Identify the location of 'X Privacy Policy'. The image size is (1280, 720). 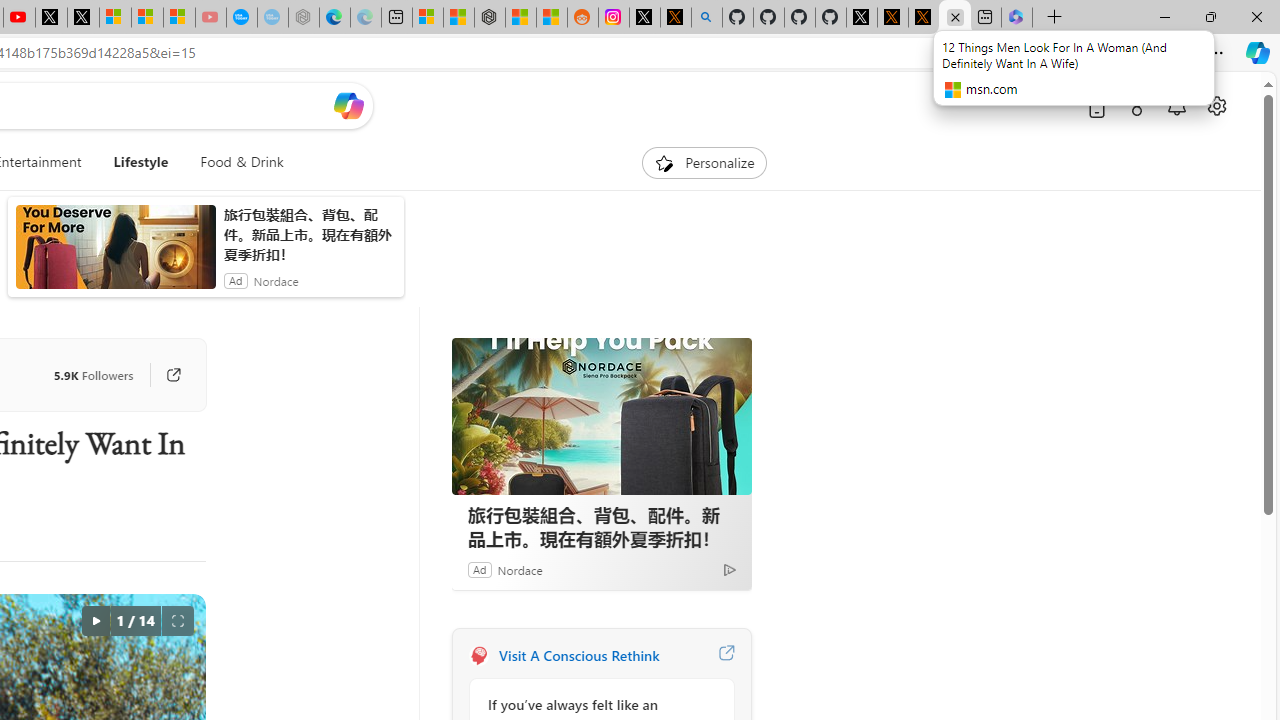
(923, 17).